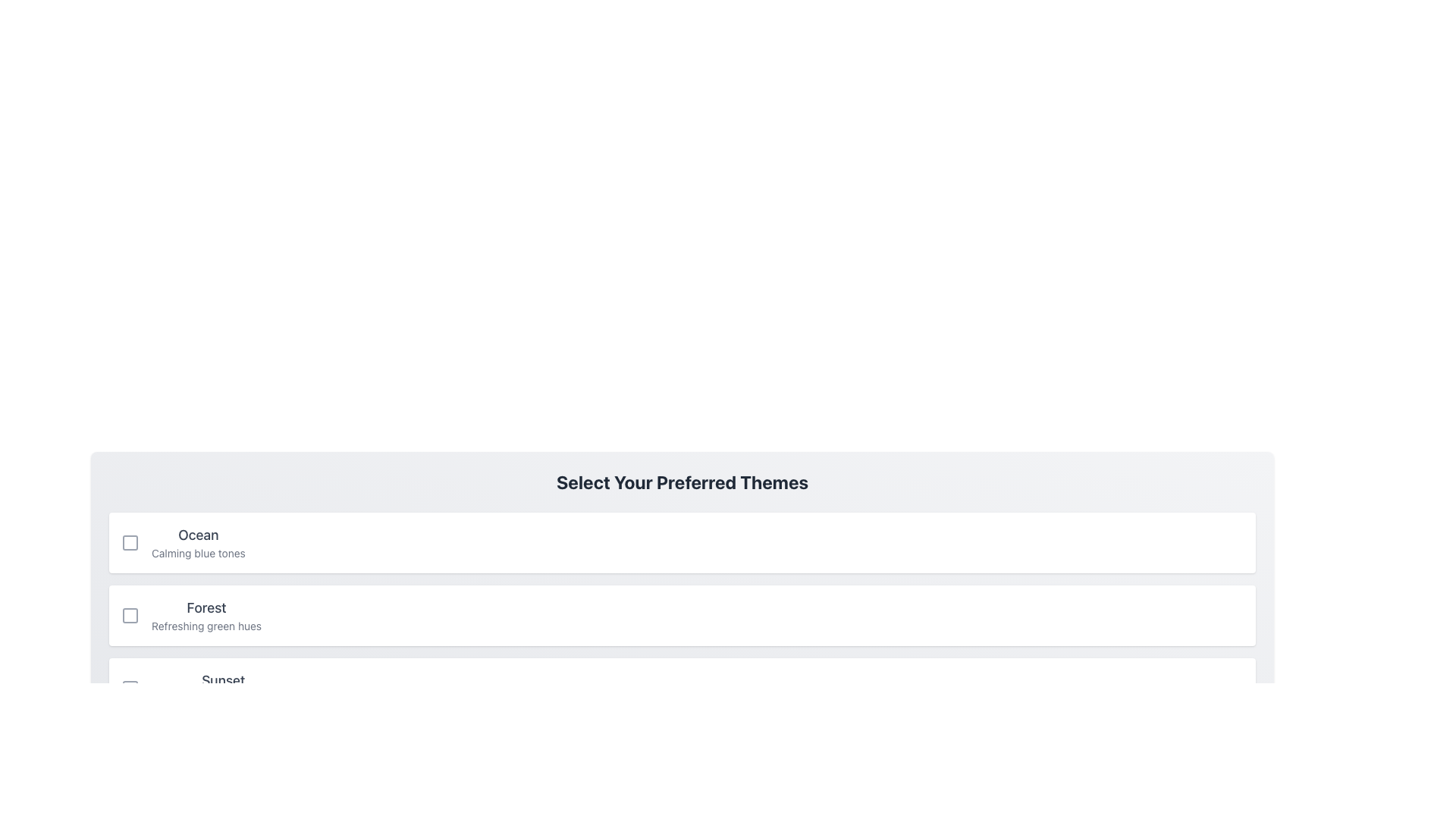  Describe the element at coordinates (130, 616) in the screenshot. I see `the checkbox located to the left of the 'Forest' and 'Refreshing green hues' text` at that location.